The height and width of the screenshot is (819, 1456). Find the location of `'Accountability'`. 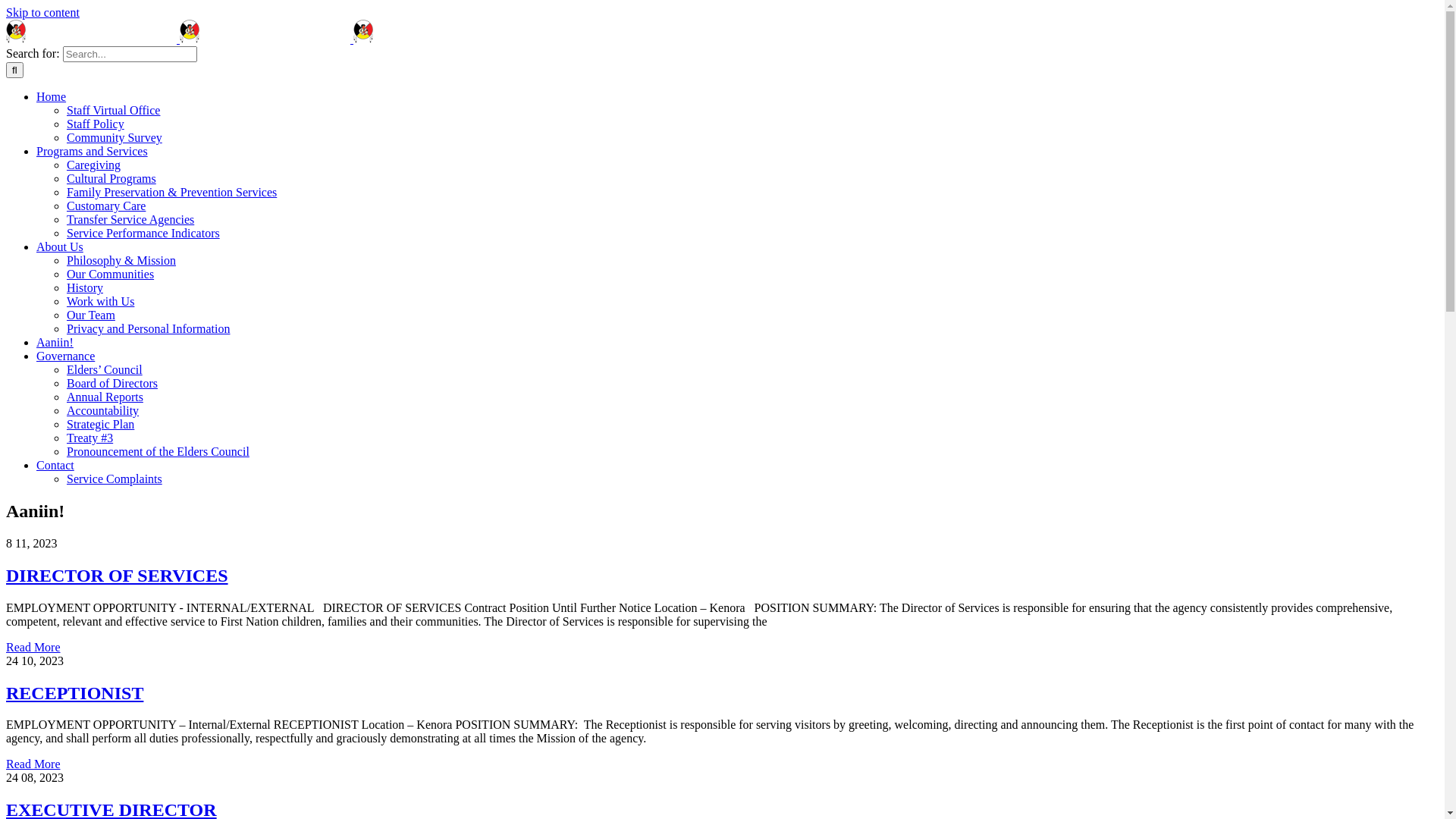

'Accountability' is located at coordinates (102, 410).